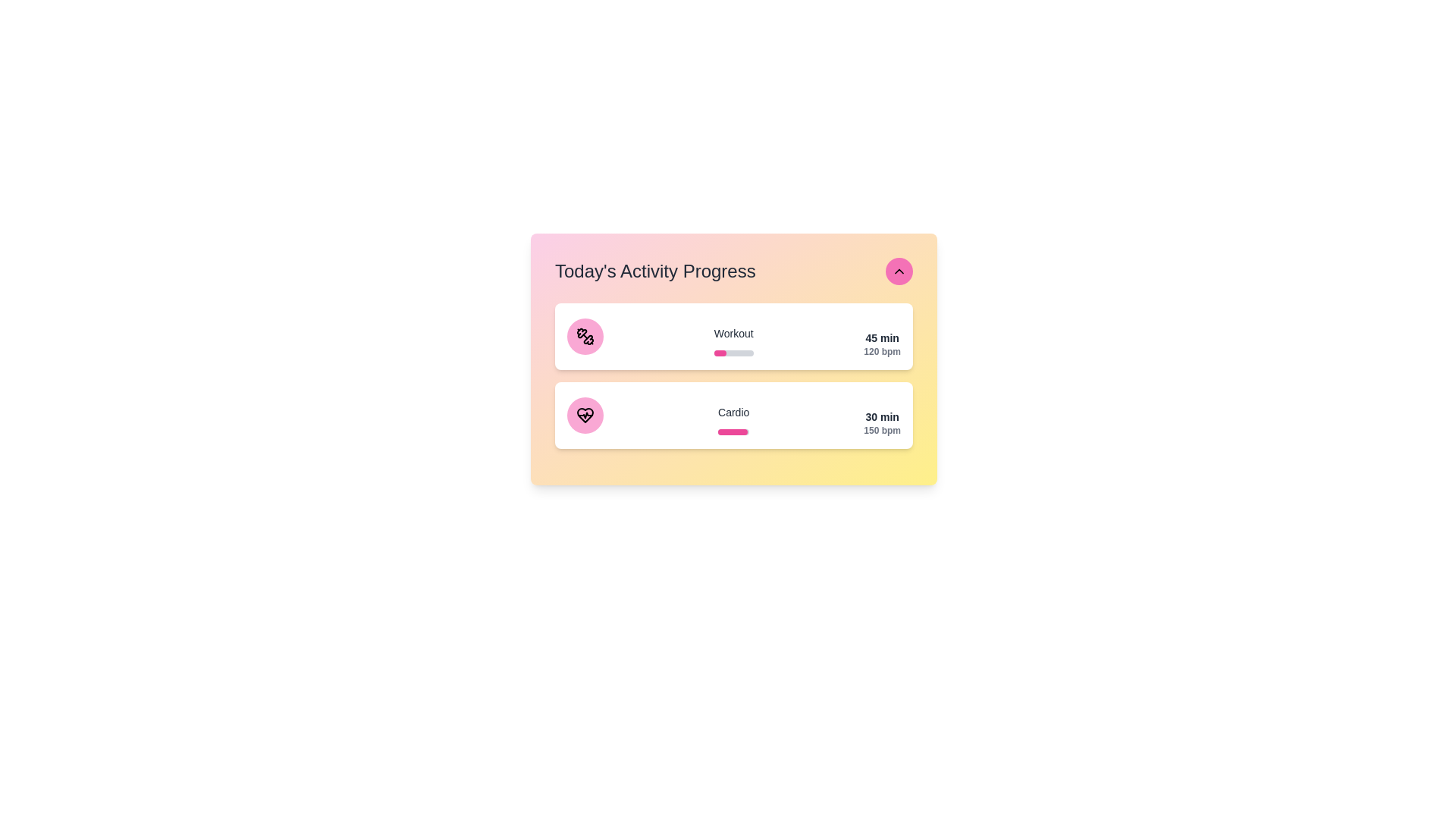 Image resolution: width=1456 pixels, height=819 pixels. Describe the element at coordinates (733, 420) in the screenshot. I see `text from the label that accompanies the progress bar in the second activity card of the 'Today's Activity Progress' panel, located below the pink heart icon` at that location.